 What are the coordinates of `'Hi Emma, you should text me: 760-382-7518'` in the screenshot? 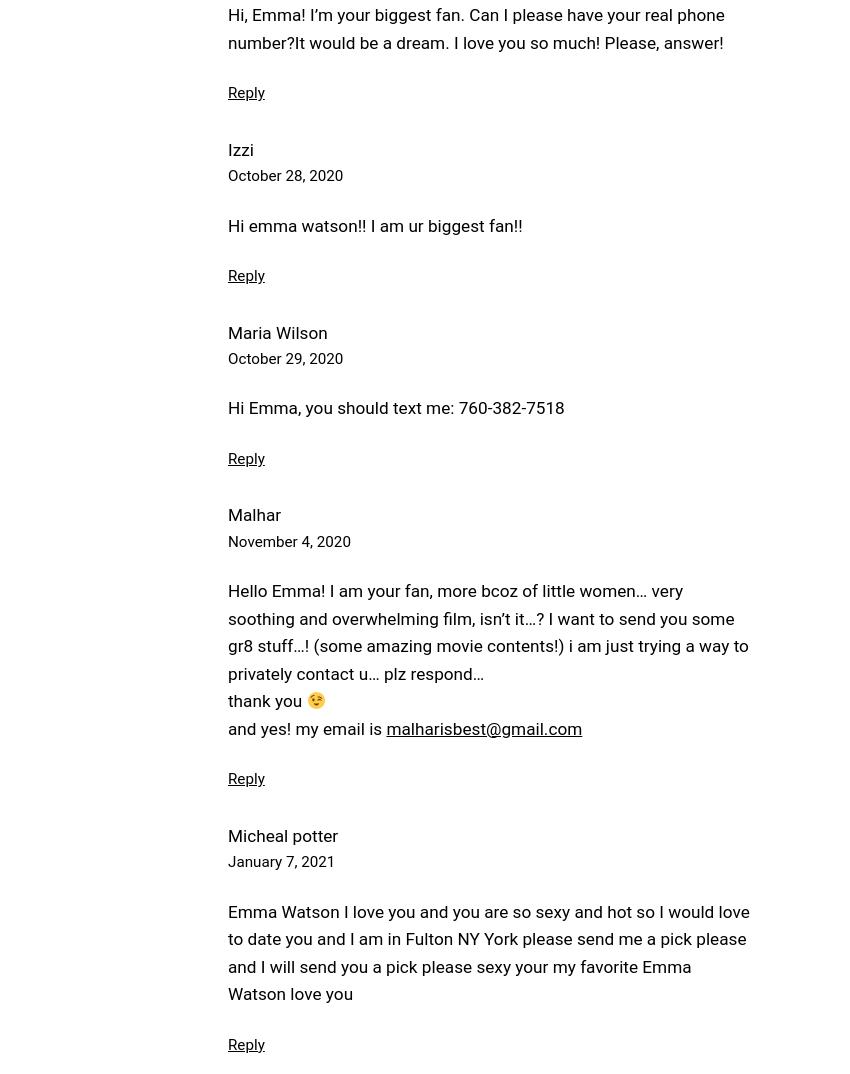 It's located at (396, 408).